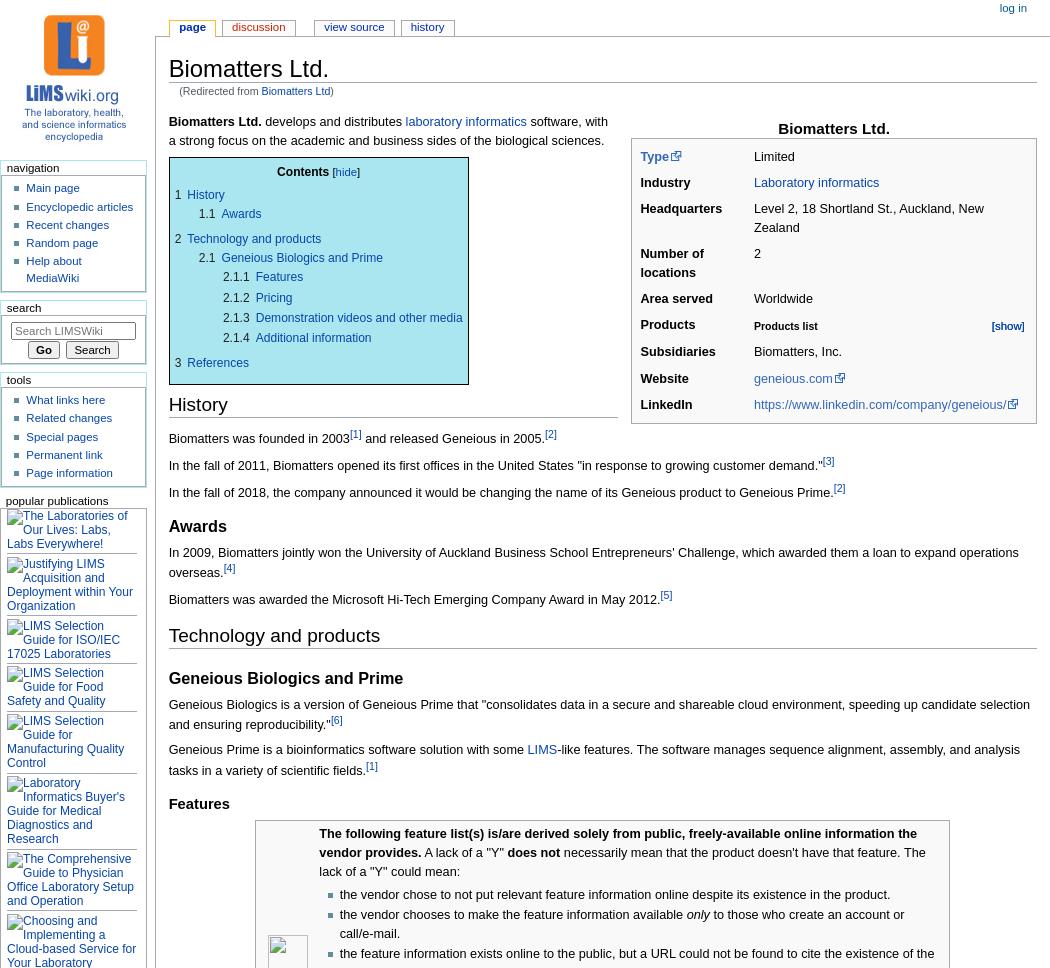 Image resolution: width=1050 pixels, height=968 pixels. What do you see at coordinates (773, 155) in the screenshot?
I see `'Limited'` at bounding box center [773, 155].